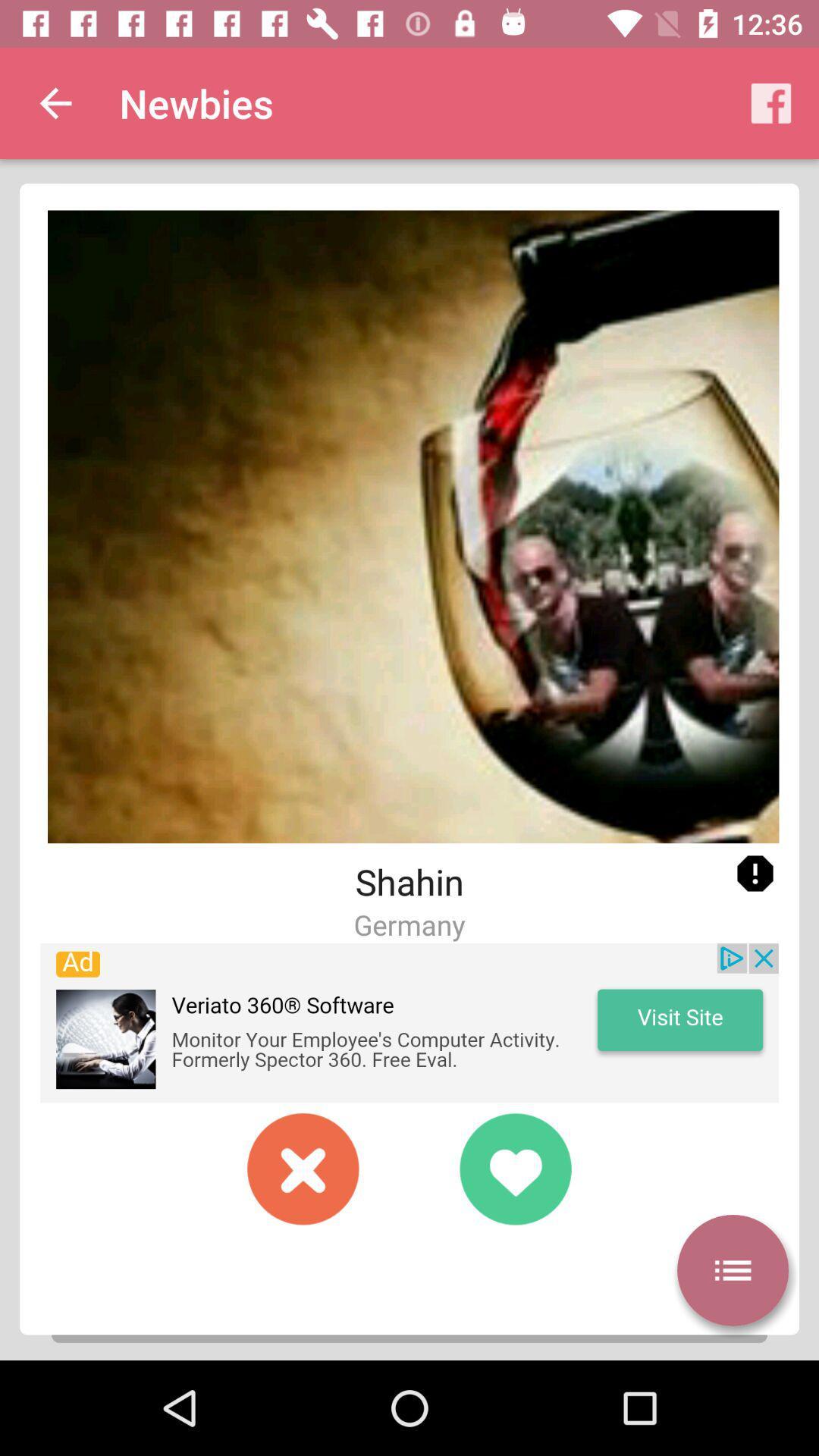 The height and width of the screenshot is (1456, 819). Describe the element at coordinates (755, 874) in the screenshot. I see `icorn` at that location.